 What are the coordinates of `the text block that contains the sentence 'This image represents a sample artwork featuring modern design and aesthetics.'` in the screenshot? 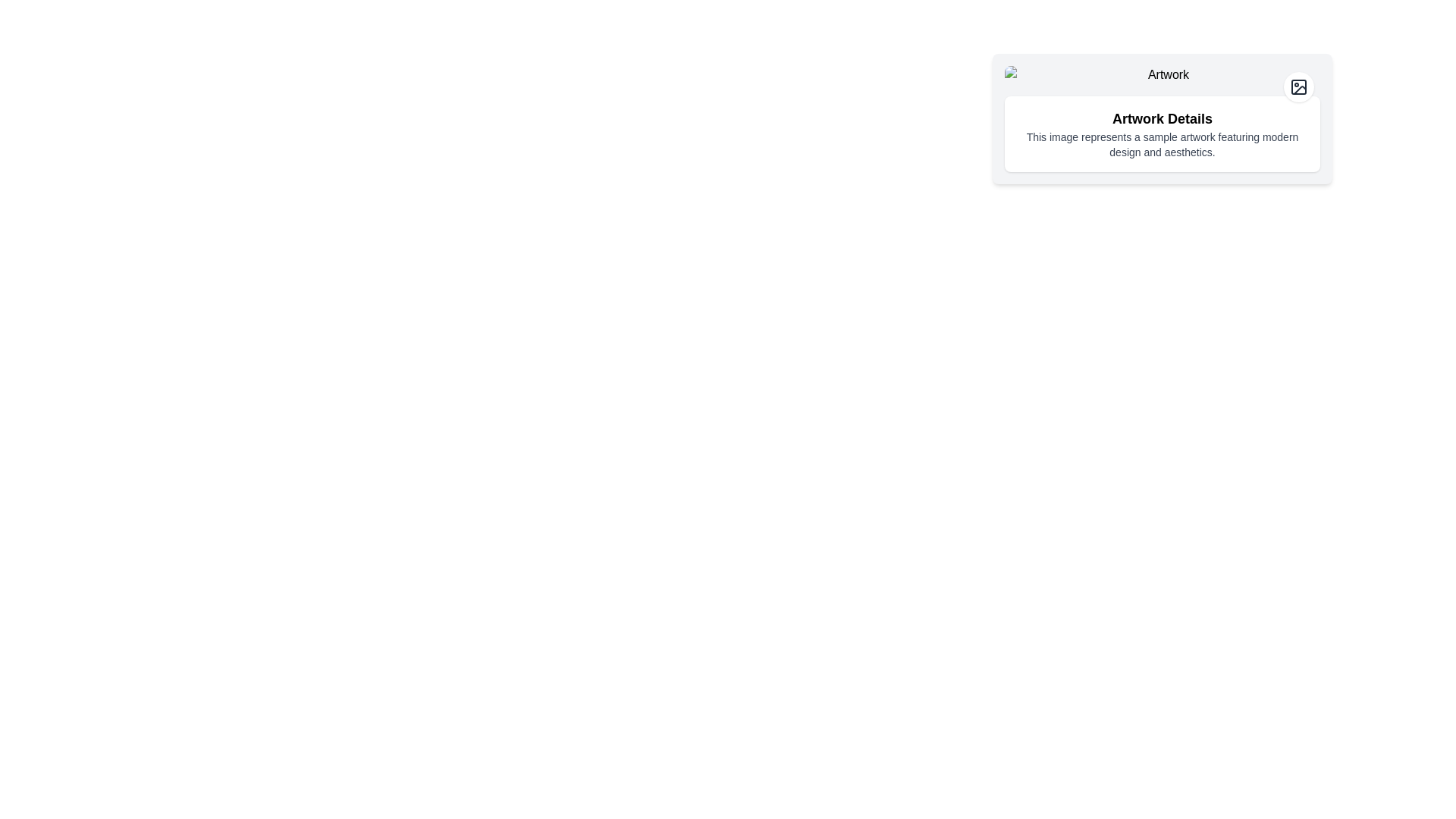 It's located at (1161, 145).